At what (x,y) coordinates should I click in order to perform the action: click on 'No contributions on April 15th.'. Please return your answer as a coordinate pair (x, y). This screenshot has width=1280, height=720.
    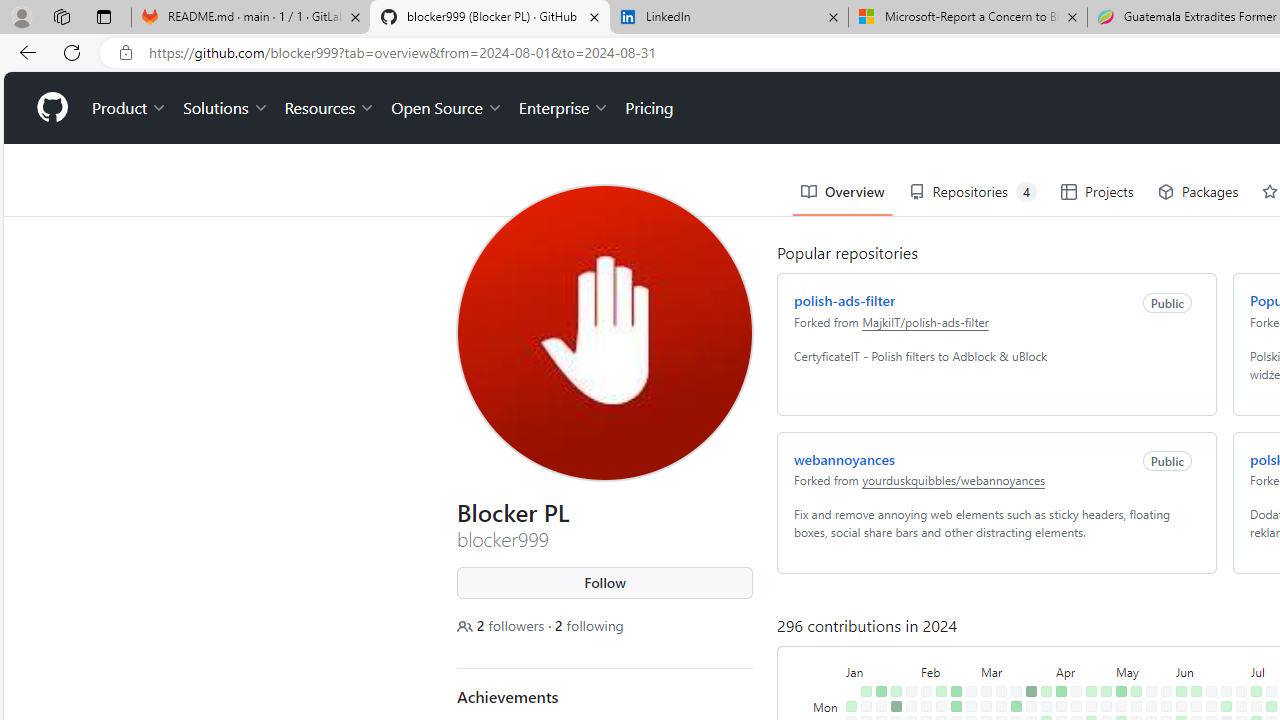
    Looking at the image, I should click on (1075, 705).